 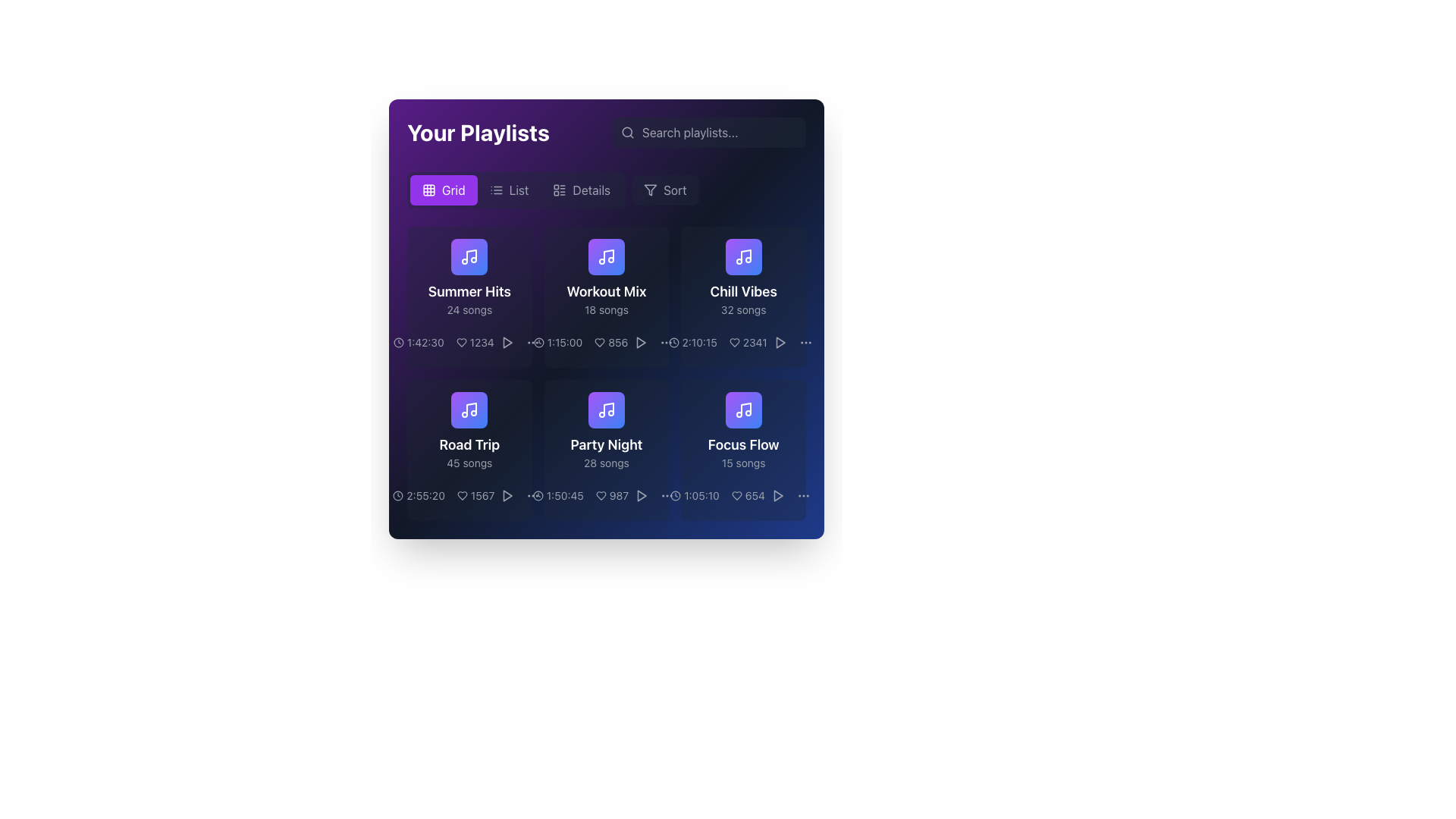 What do you see at coordinates (496, 189) in the screenshot?
I see `the icon-based button represented by a list symbol with three horizontal lines and dots on the left, located in the 'Your Playlists' section of the top navigation bar` at bounding box center [496, 189].